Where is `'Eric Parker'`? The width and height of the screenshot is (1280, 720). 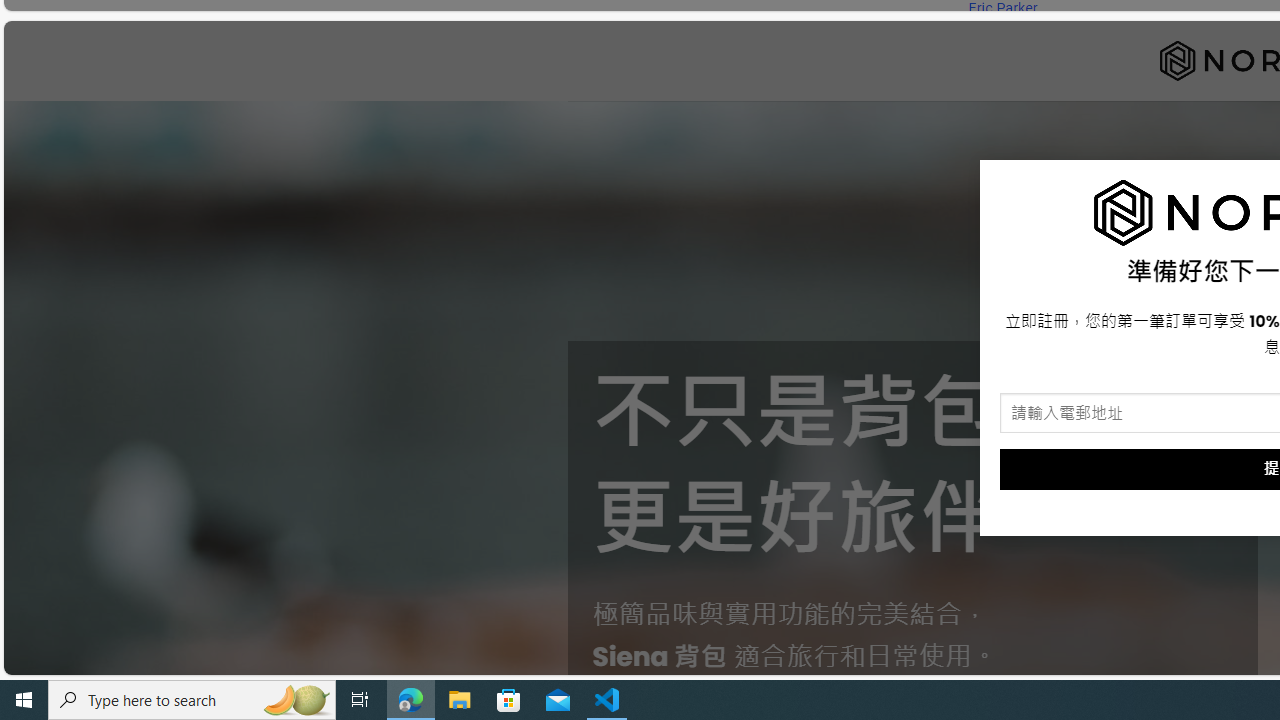 'Eric Parker' is located at coordinates (1002, 8).